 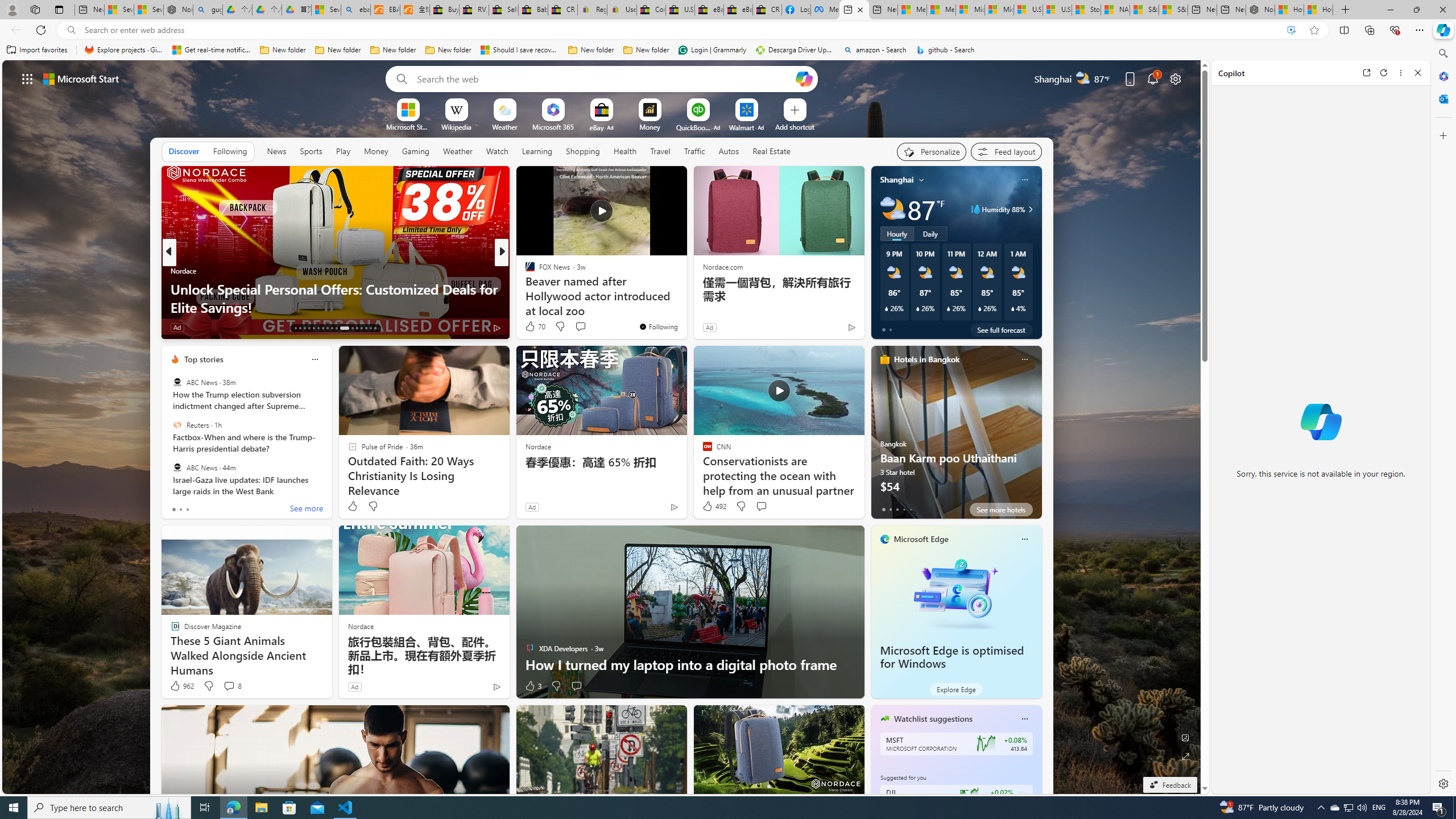 What do you see at coordinates (1345, 9) in the screenshot?
I see `'New Tab'` at bounding box center [1345, 9].